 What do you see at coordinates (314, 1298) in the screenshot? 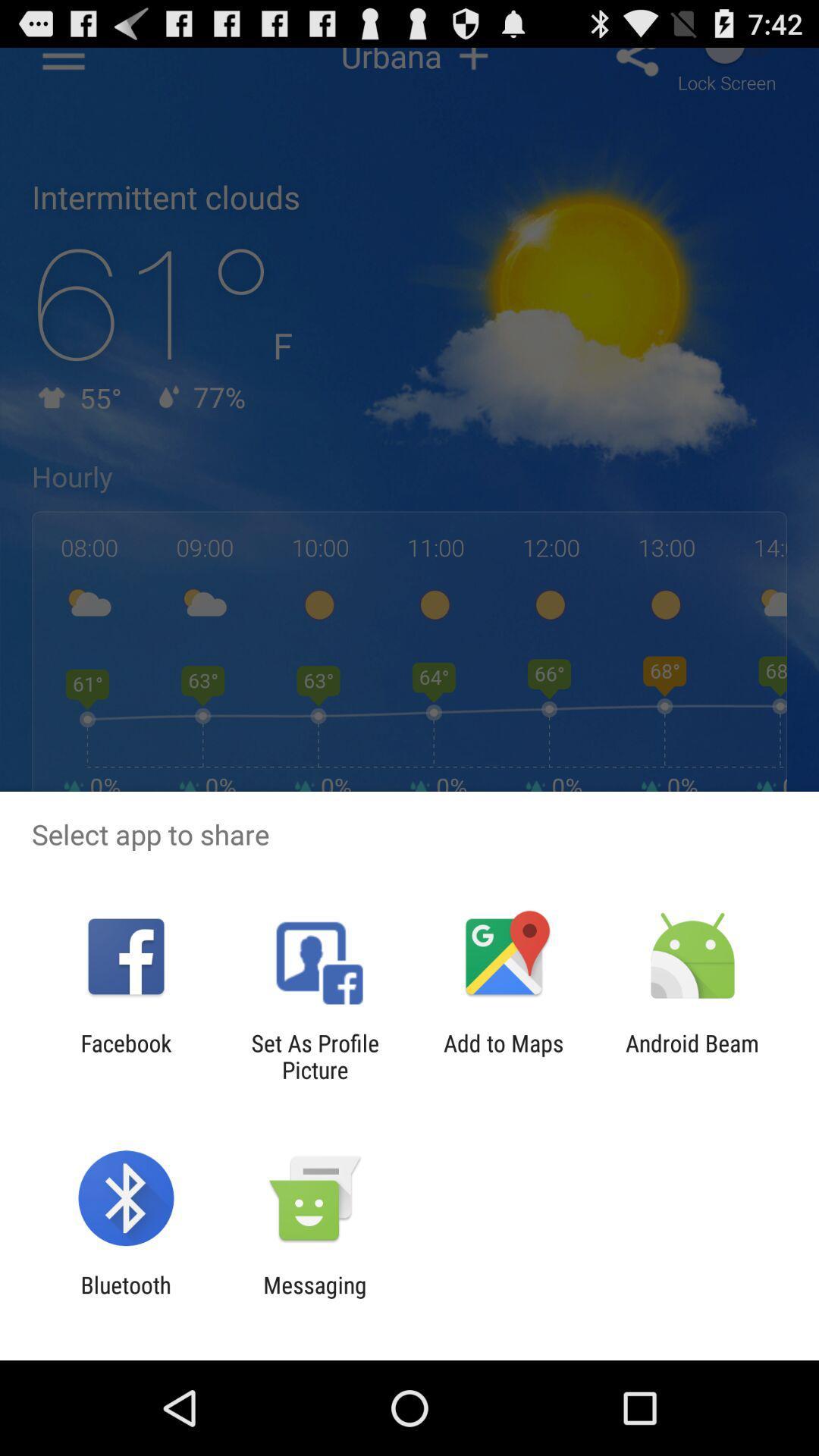
I see `the item to the right of the bluetooth item` at bounding box center [314, 1298].